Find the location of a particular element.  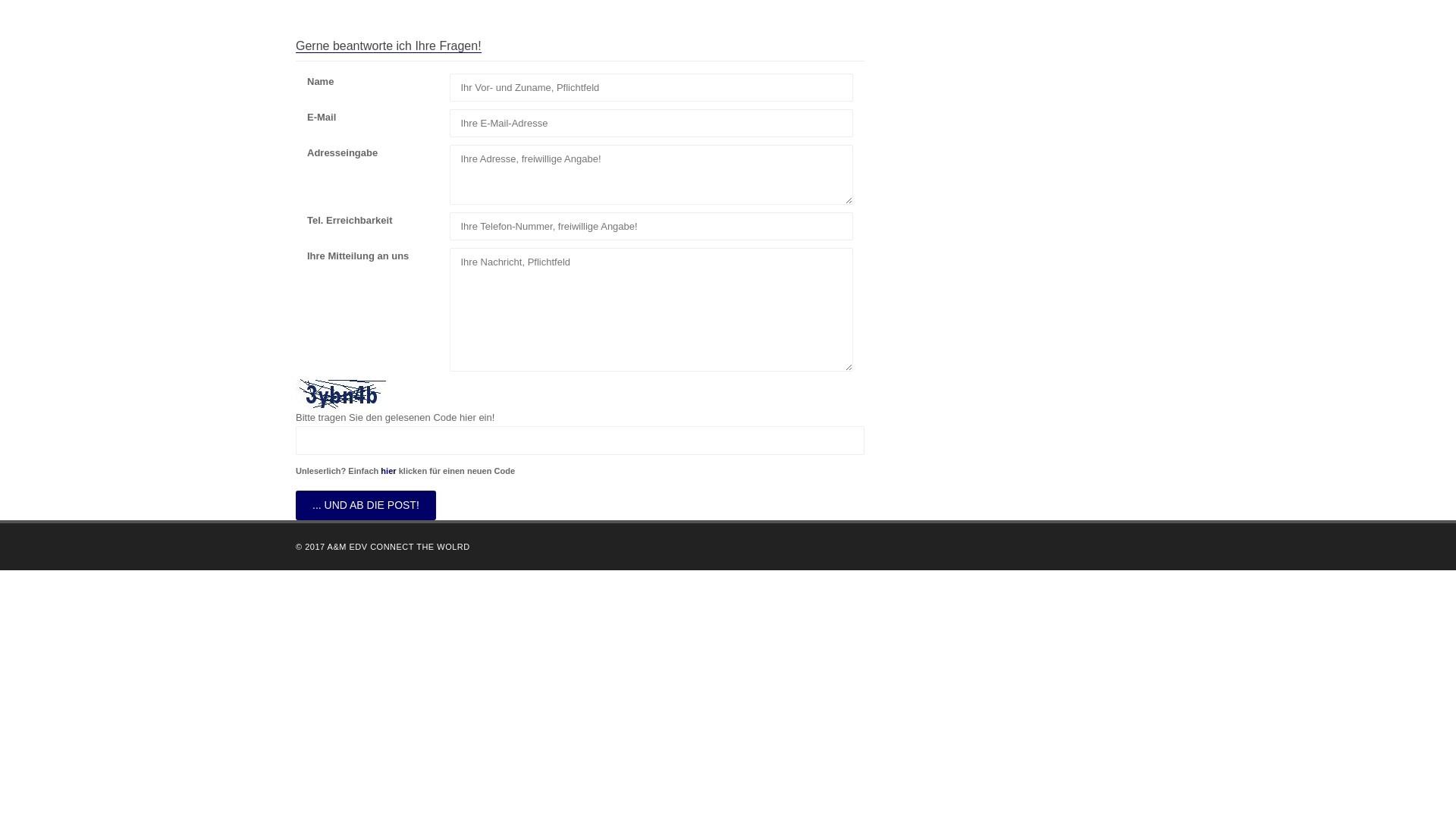

'... UND AB DIE POST!' is located at coordinates (366, 505).